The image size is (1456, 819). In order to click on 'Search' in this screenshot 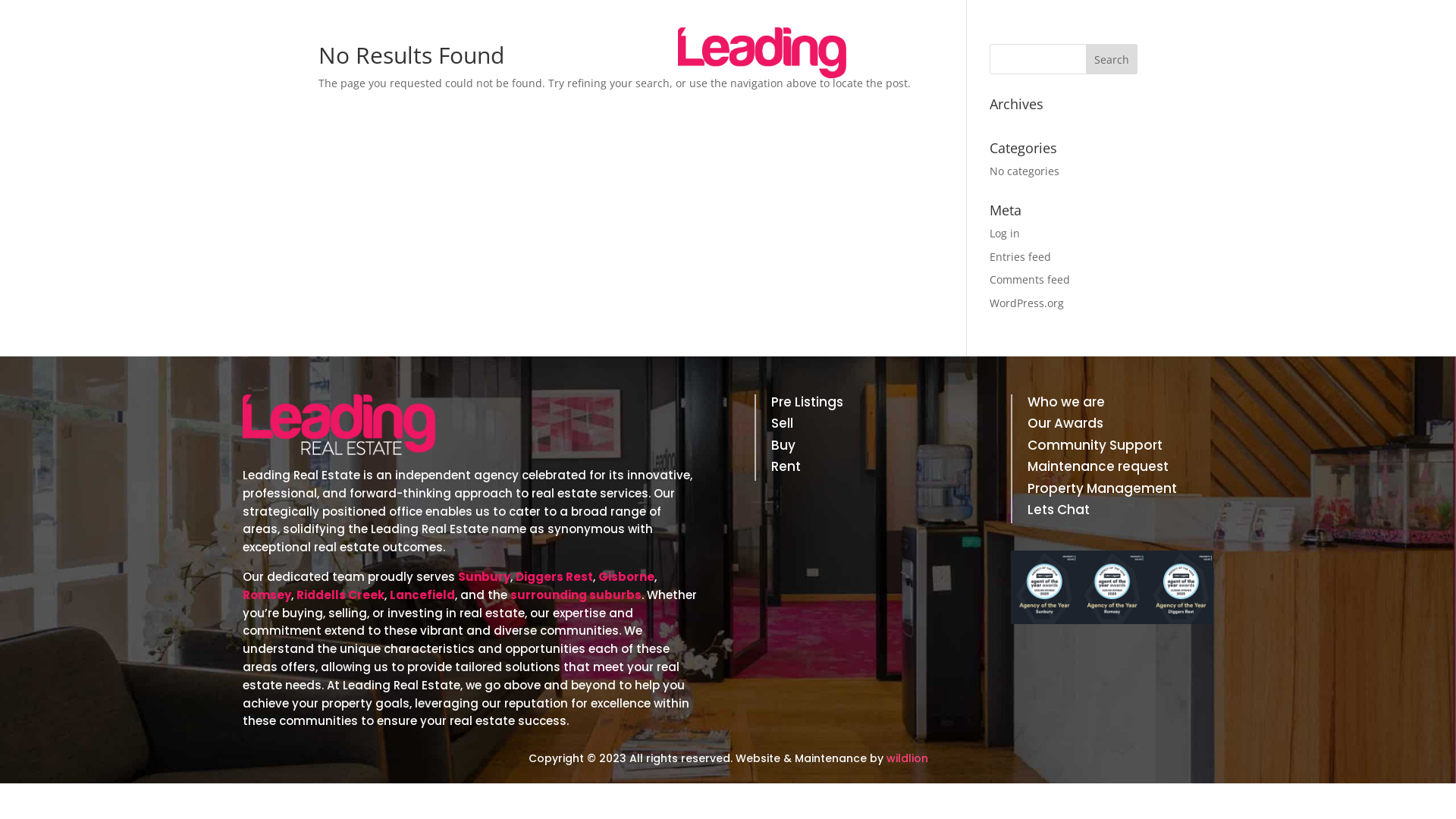, I will do `click(1111, 58)`.